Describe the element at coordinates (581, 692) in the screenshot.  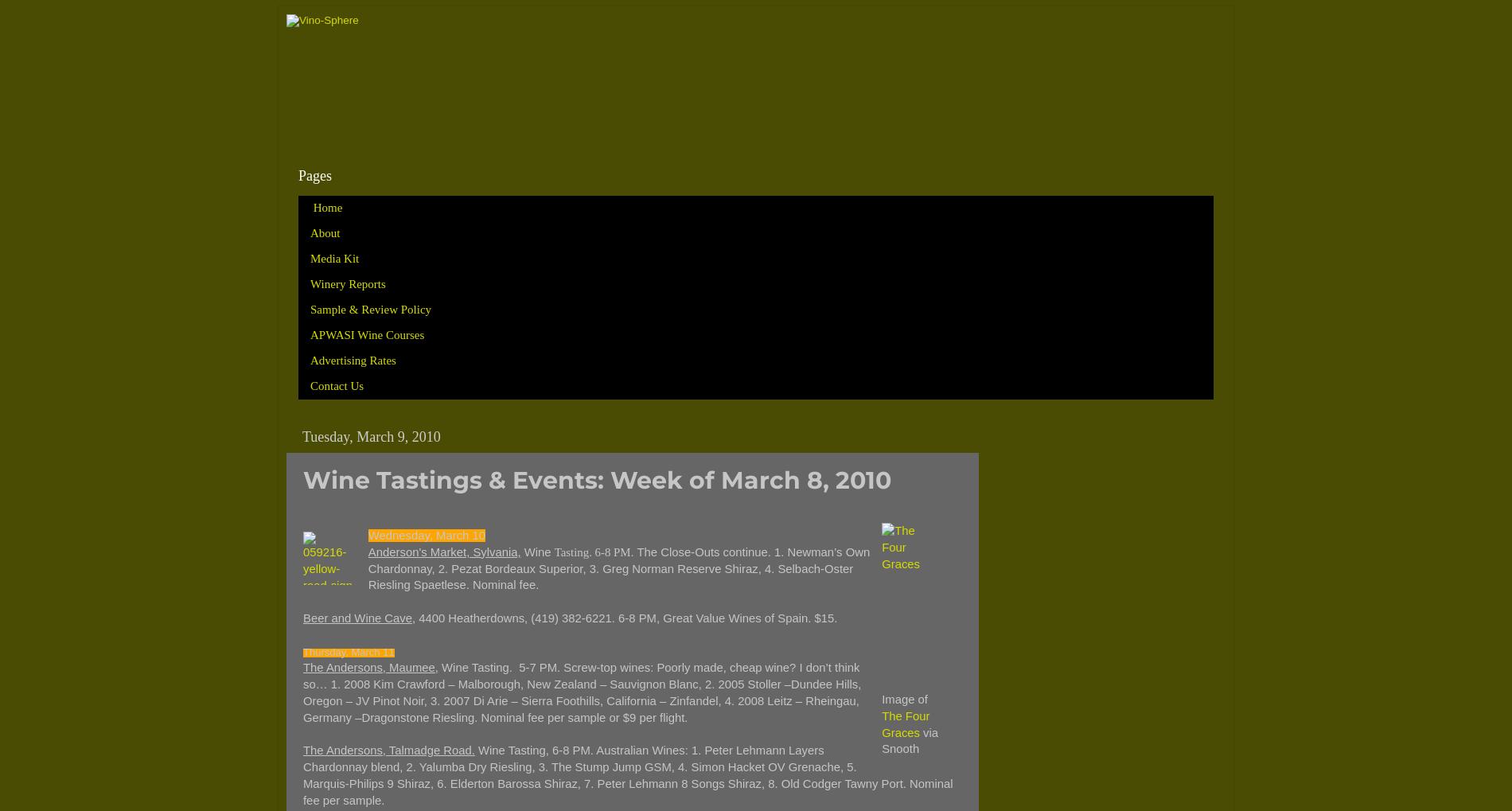
I see `'Wine Tasting.  5-7 PM. Screw-top wines: Poorly made, cheap wine? I don’t think so… 1. 2008 Kim Crawford – Malborough, New Zealand – Sauvignon Blanc, 2. 2005 Stoller –Dundee Hills, Oregon – JV Pinot Noir, 3. 2007 Di Arie – Sierra Foothills, California – Zinfandel, 4. 2008 Leitz – Rheingau, Germany –Dragonstone Riesling. Nominal fee per sample or $9 per flight.'` at that location.